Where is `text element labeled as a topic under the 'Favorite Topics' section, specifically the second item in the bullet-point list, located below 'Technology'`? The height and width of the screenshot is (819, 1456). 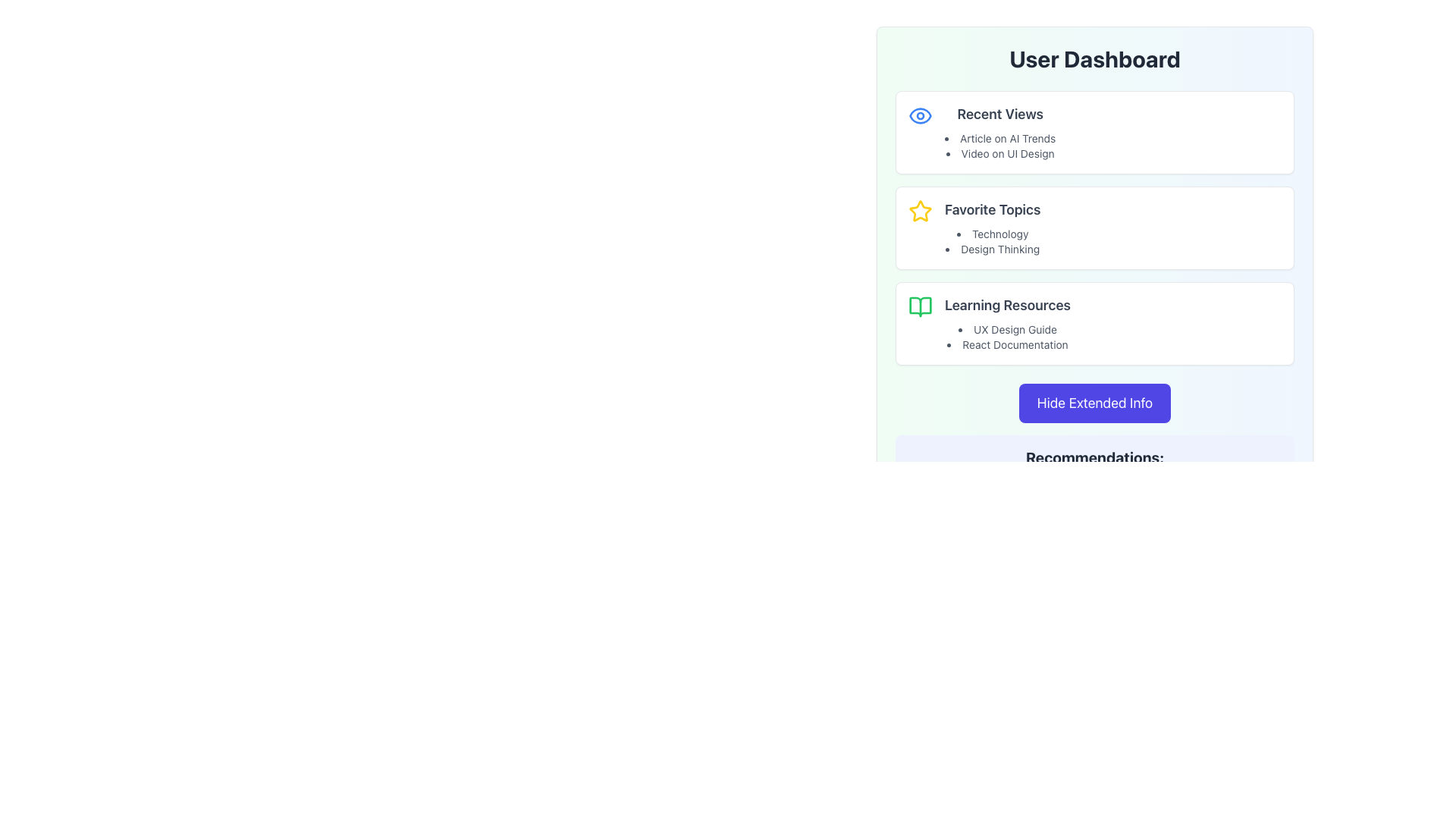
text element labeled as a topic under the 'Favorite Topics' section, specifically the second item in the bullet-point list, located below 'Technology' is located at coordinates (993, 248).